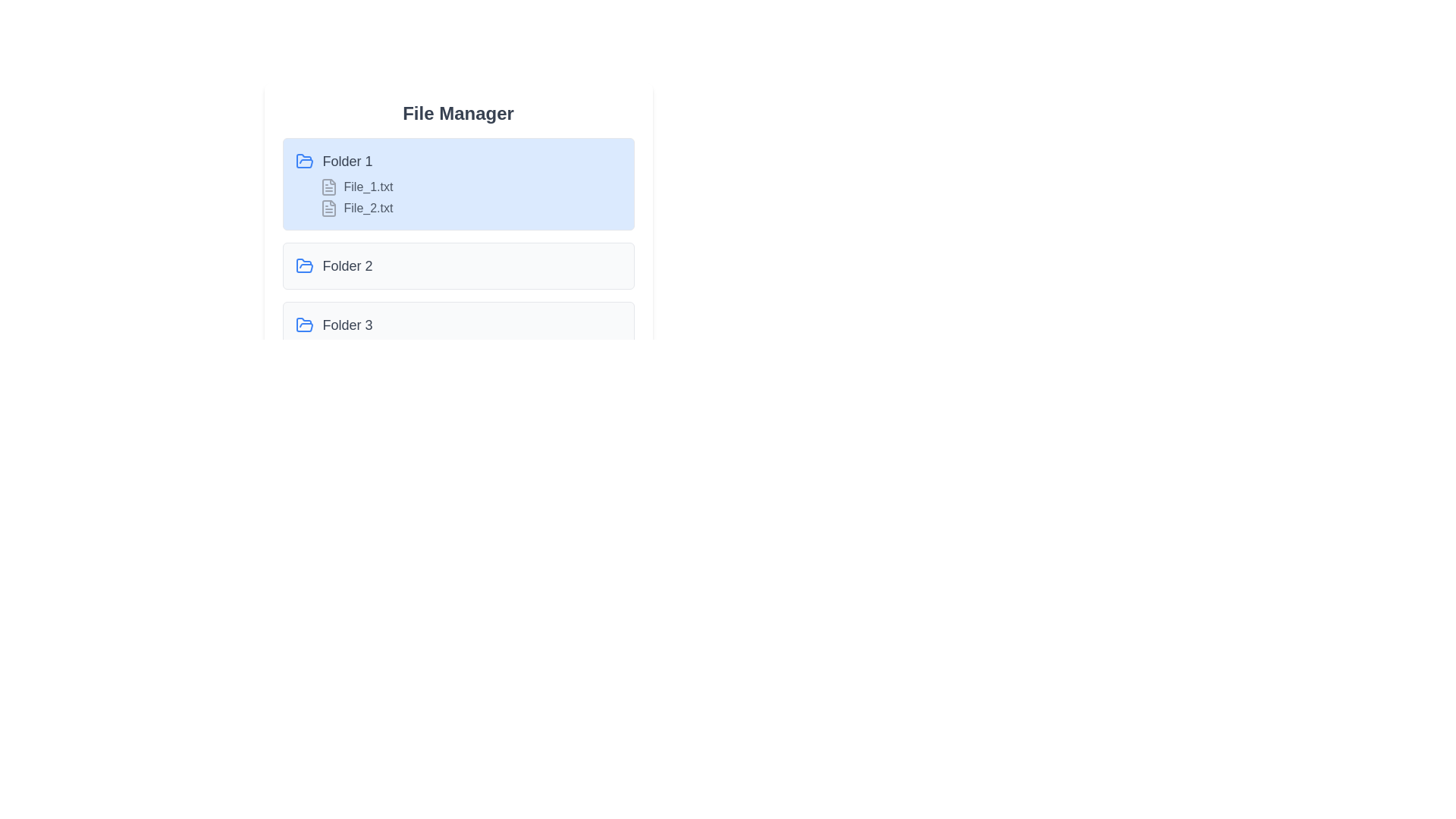 The image size is (1456, 819). What do you see at coordinates (347, 324) in the screenshot?
I see `the 'Folder 3' text label, which is the third entry under the 'File Manager' title` at bounding box center [347, 324].